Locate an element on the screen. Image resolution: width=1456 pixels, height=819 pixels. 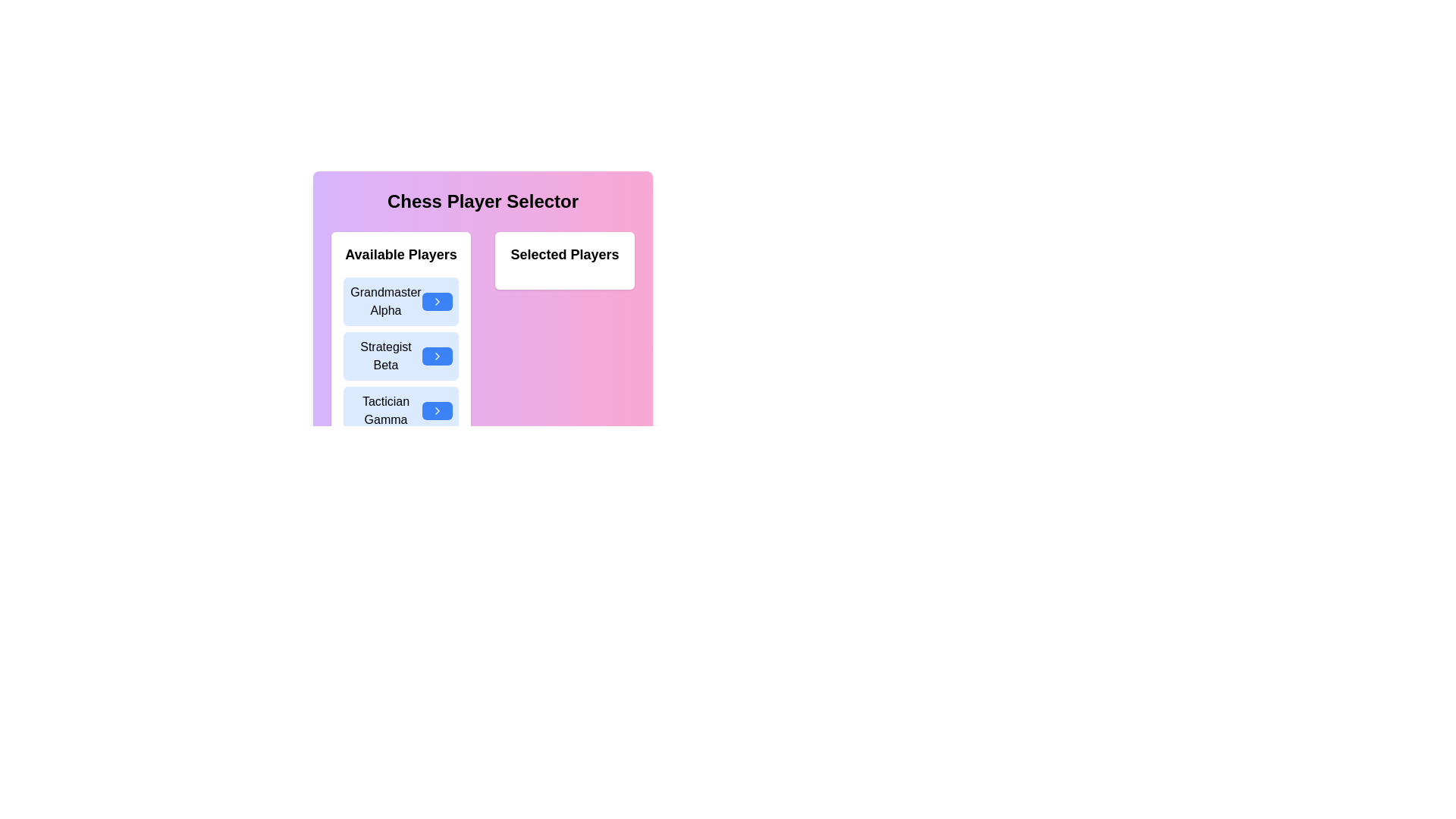
button next to Grandmaster Alpha to select the player is located at coordinates (436, 301).